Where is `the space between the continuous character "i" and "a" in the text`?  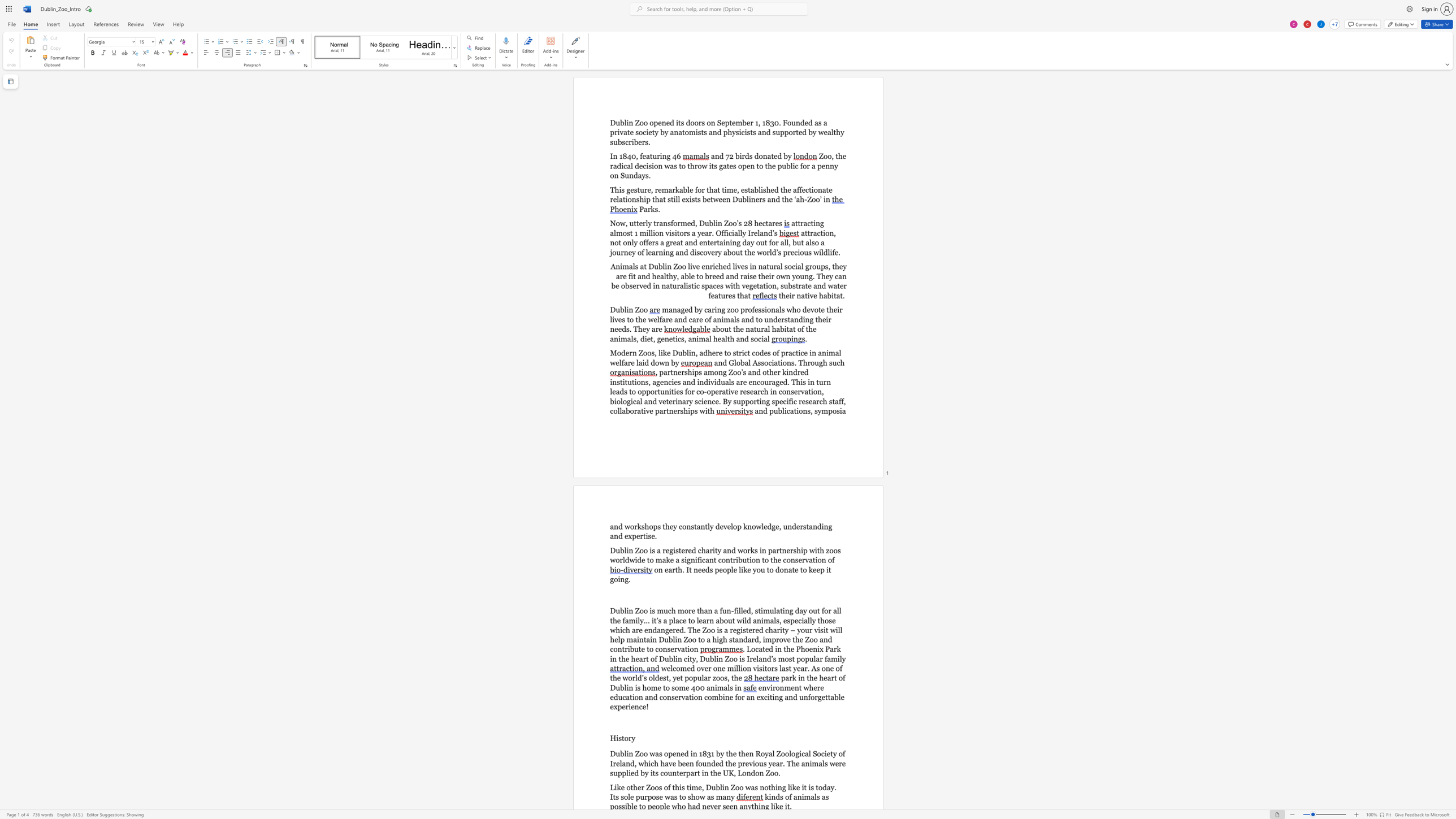 the space between the continuous character "i" and "a" in the text is located at coordinates (763, 338).